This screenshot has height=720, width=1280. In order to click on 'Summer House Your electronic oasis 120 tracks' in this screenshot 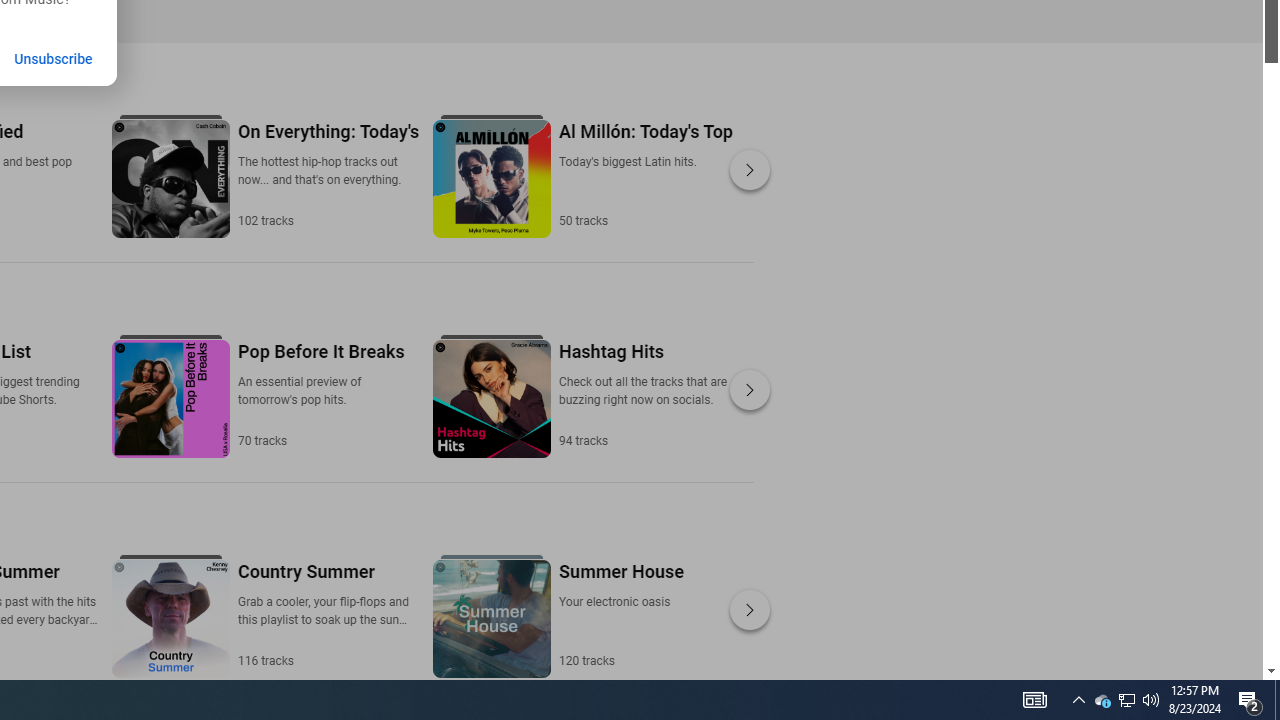, I will do `click(619, 613)`.